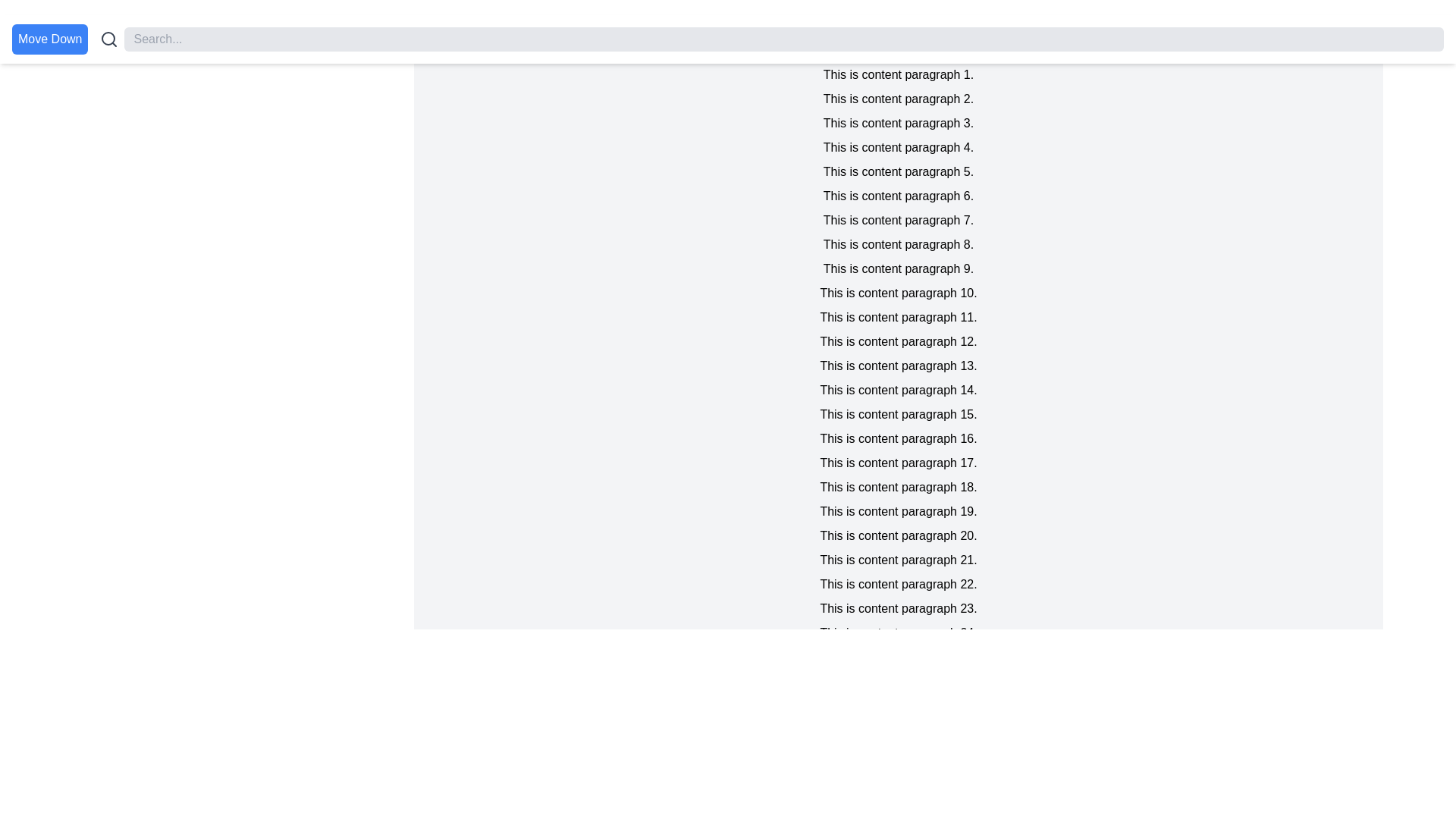 Image resolution: width=1456 pixels, height=819 pixels. What do you see at coordinates (899, 438) in the screenshot?
I see `the sixteenth paragraph of the text content list, which is static and non-interactive, located between the fifteenth and seventeenth paragraphs` at bounding box center [899, 438].